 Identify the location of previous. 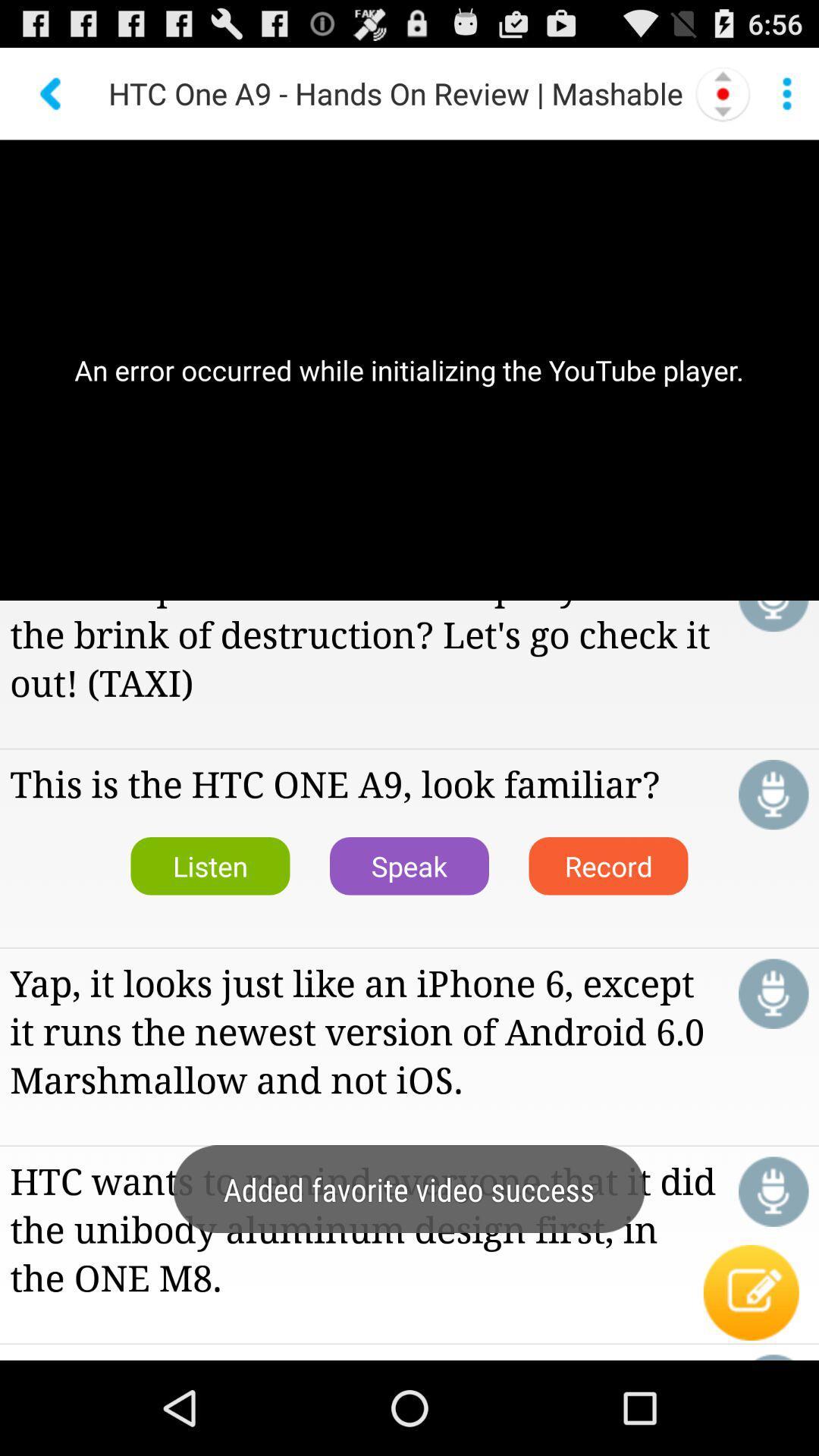
(52, 93).